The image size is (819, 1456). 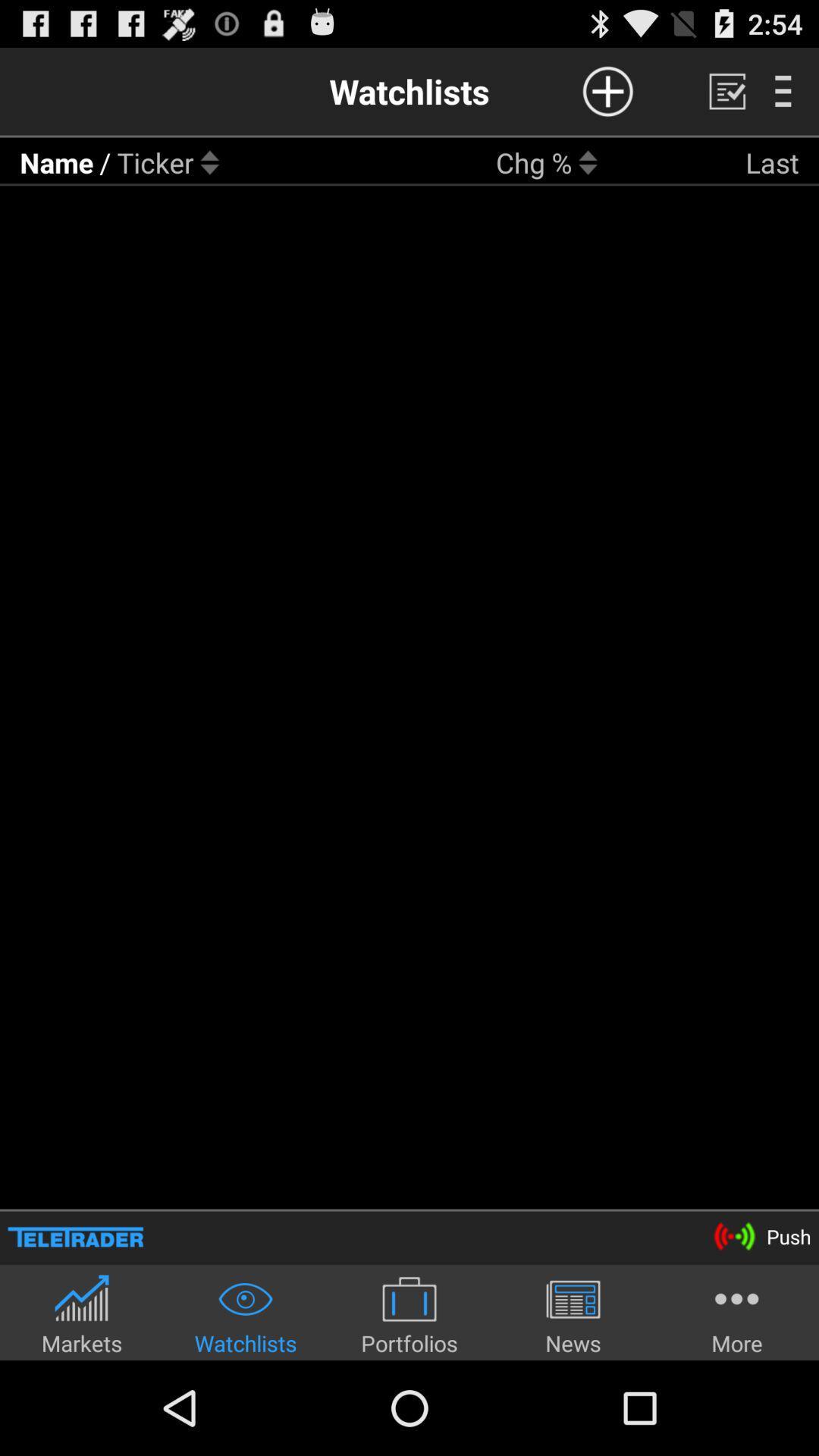 I want to click on item next to the / icon, so click(x=155, y=162).